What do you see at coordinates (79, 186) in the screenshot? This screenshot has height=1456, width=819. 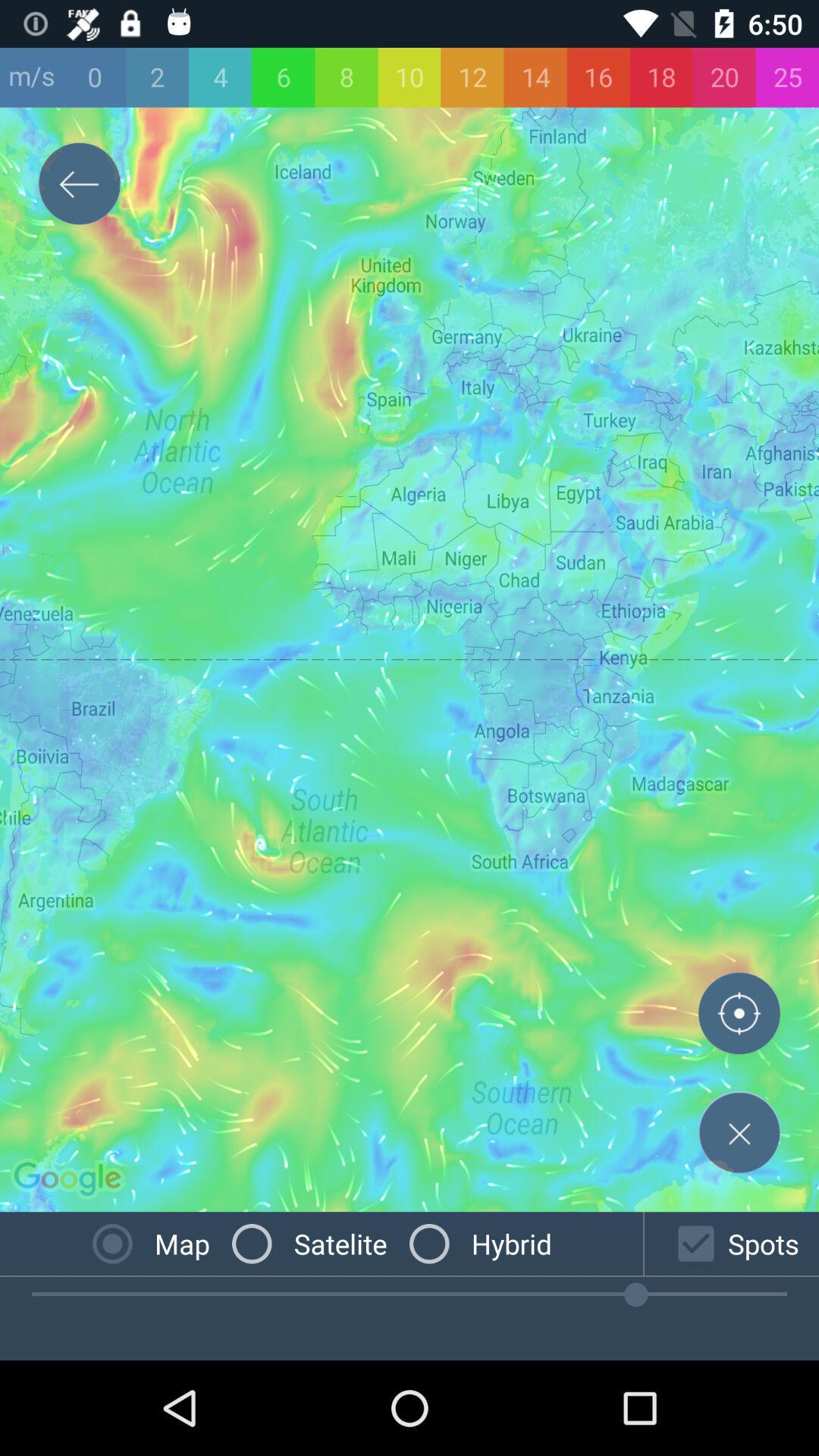 I see `go back` at bounding box center [79, 186].